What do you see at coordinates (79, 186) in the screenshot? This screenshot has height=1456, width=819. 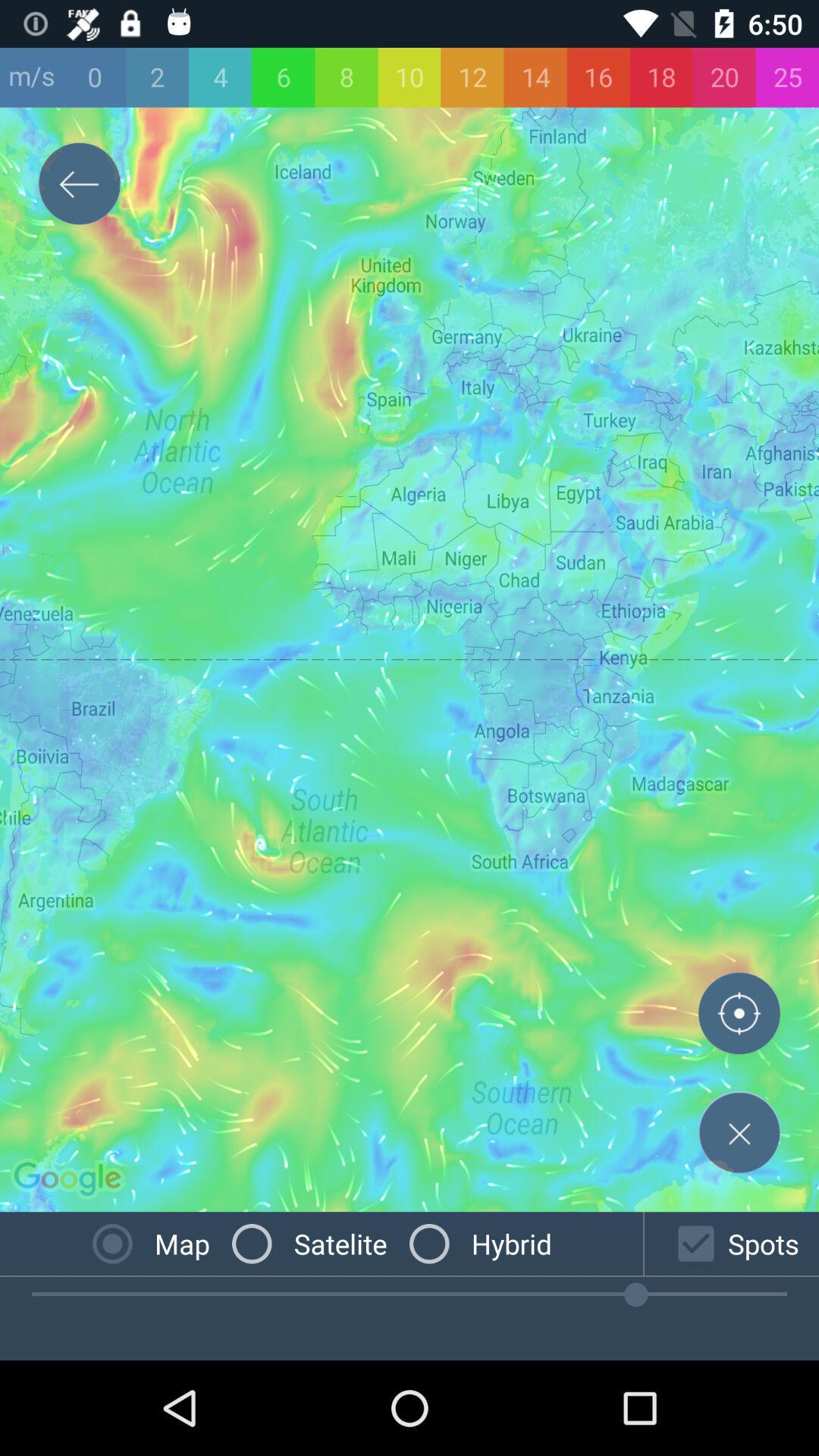 I see `go back` at bounding box center [79, 186].